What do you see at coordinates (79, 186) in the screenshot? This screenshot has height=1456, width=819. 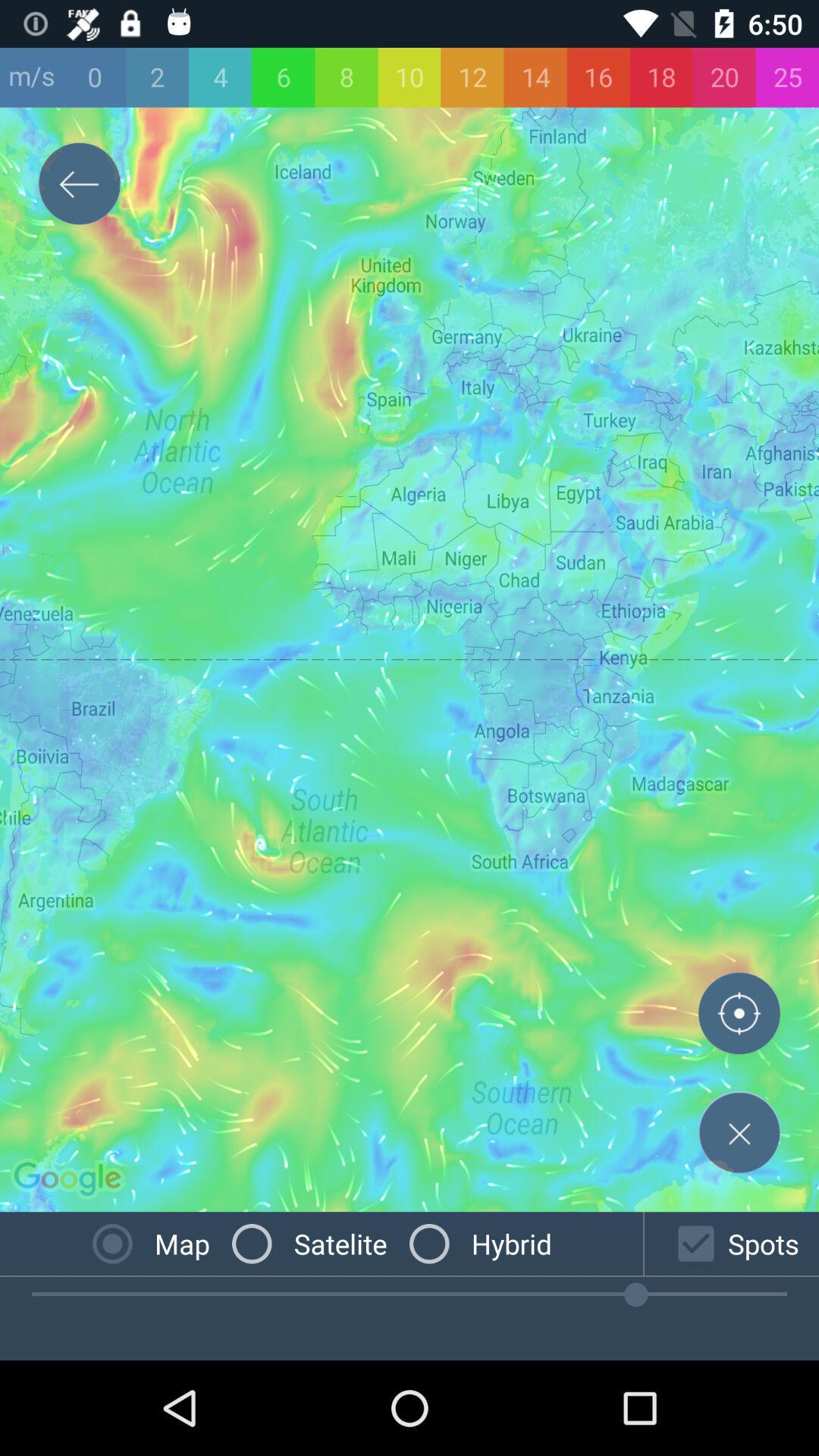 I see `go back` at bounding box center [79, 186].